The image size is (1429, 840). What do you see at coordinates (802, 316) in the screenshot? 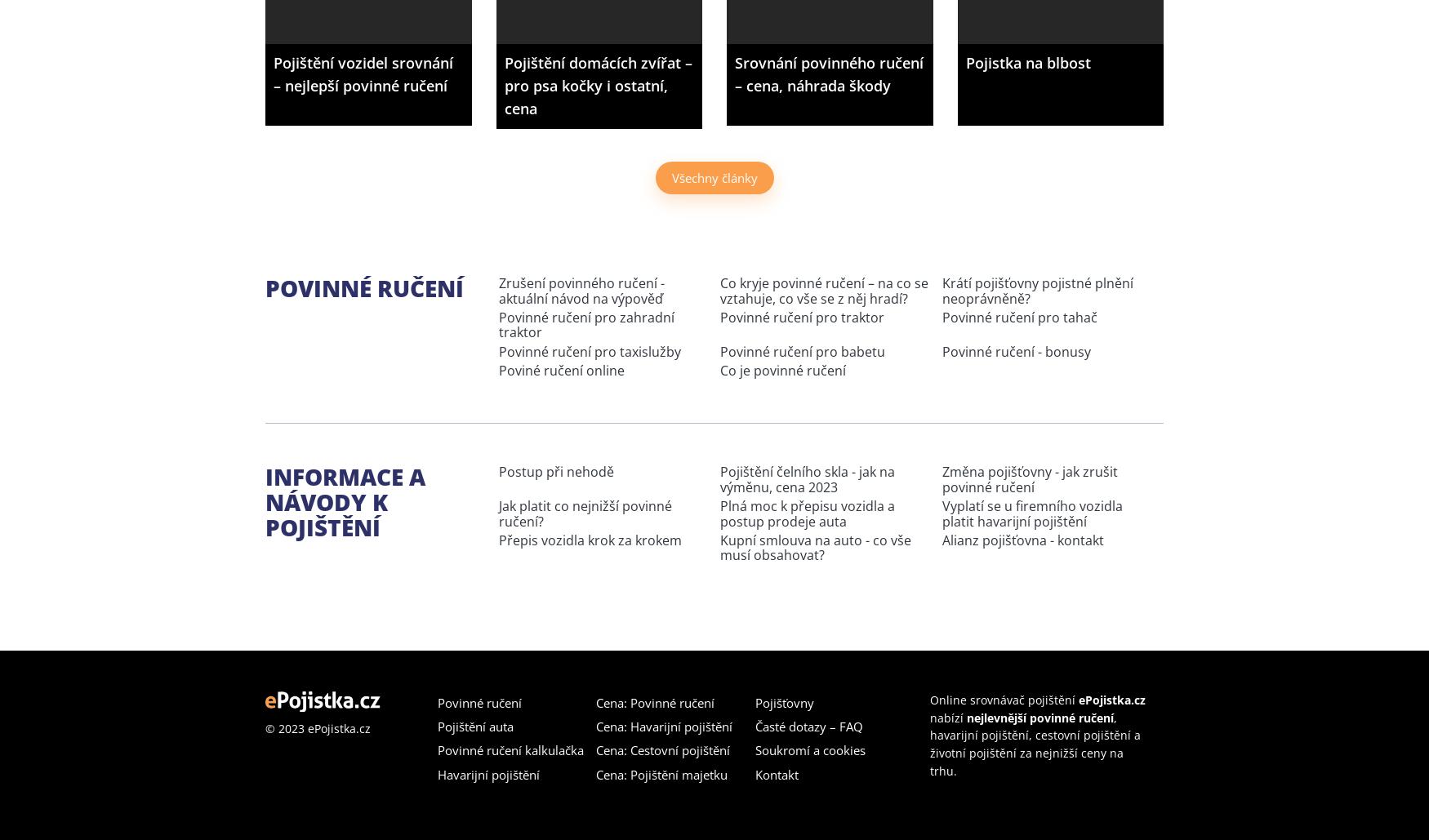
I see `'Povinné ručení pro traktor'` at bounding box center [802, 316].